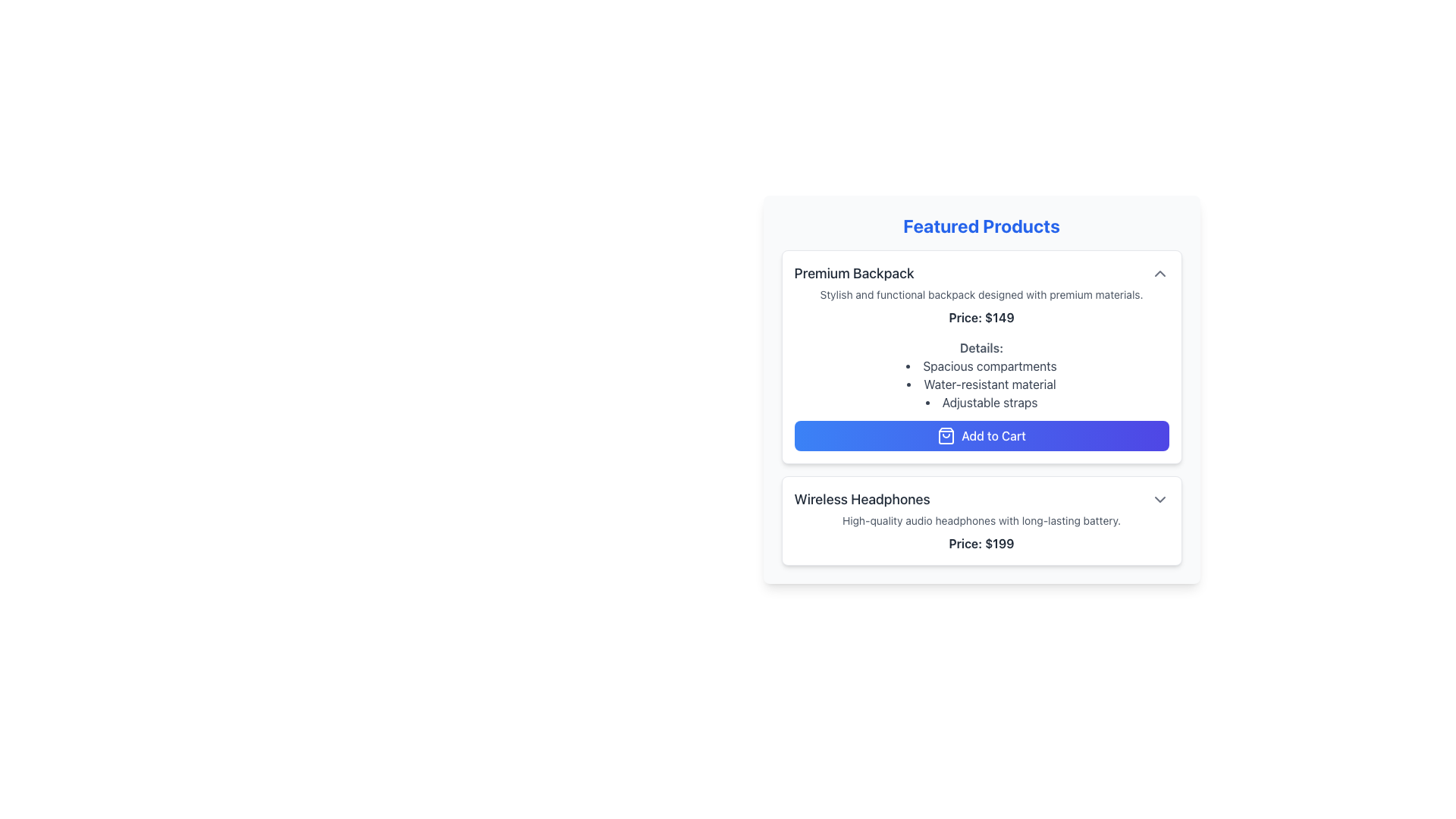  Describe the element at coordinates (854, 274) in the screenshot. I see `text from the product title label located at the top-left corner of the product details card` at that location.